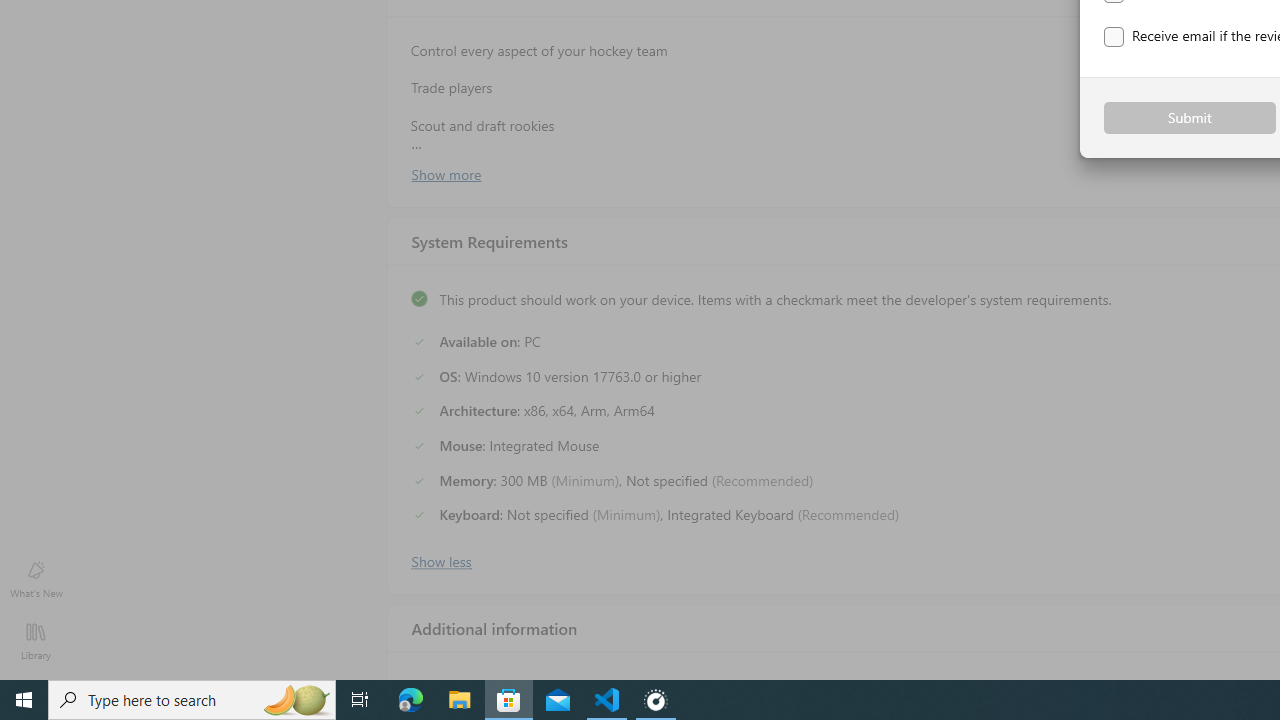 This screenshot has width=1280, height=720. Describe the element at coordinates (444, 172) in the screenshot. I see `'Show more'` at that location.